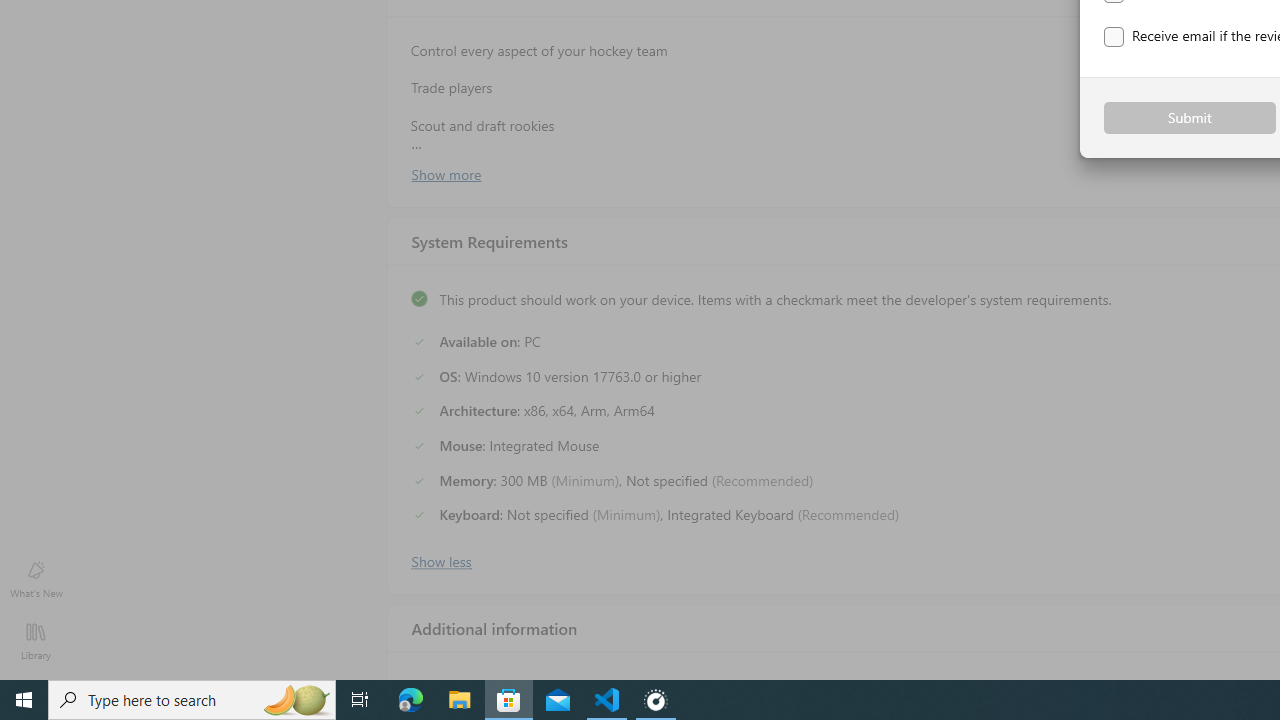 This screenshot has width=1280, height=720. Describe the element at coordinates (444, 172) in the screenshot. I see `'Show more'` at that location.